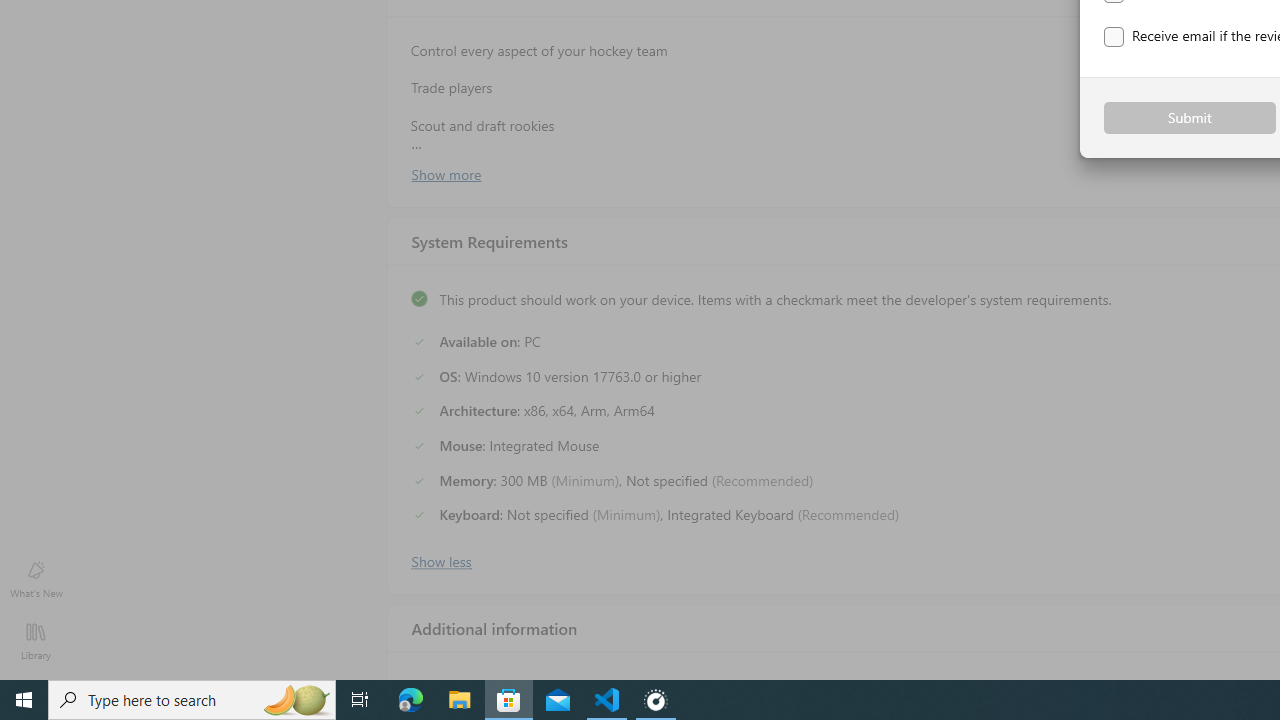 This screenshot has width=1280, height=720. Describe the element at coordinates (444, 172) in the screenshot. I see `'Show more'` at that location.